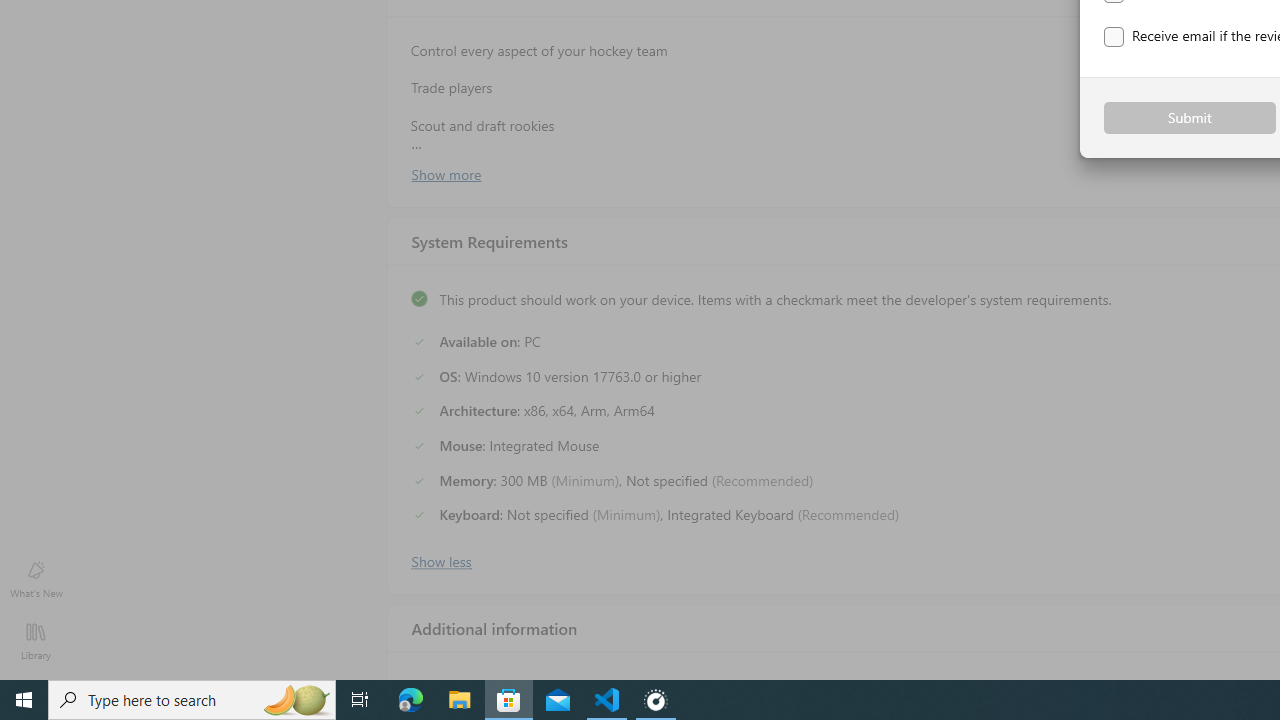 This screenshot has width=1280, height=720. Describe the element at coordinates (444, 172) in the screenshot. I see `'Show more'` at that location.